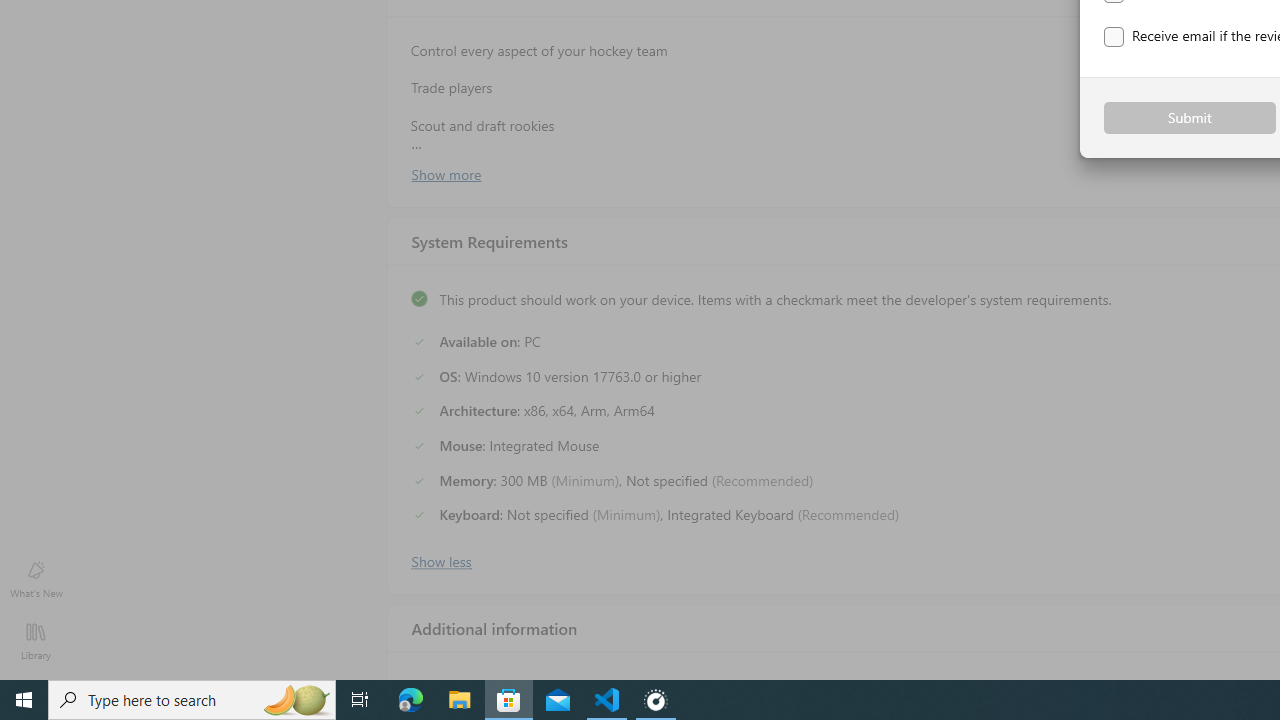 This screenshot has width=1280, height=720. Describe the element at coordinates (444, 172) in the screenshot. I see `'Show more'` at that location.